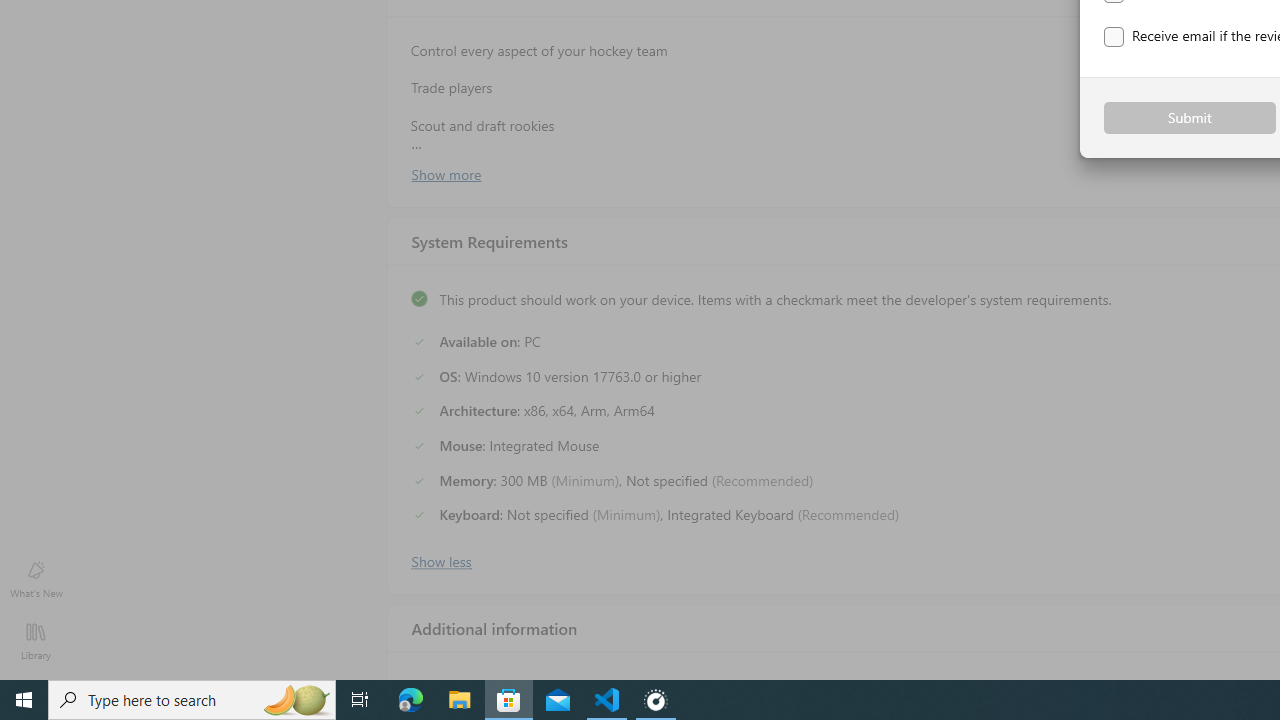 This screenshot has width=1280, height=720. Describe the element at coordinates (444, 172) in the screenshot. I see `'Show more'` at that location.